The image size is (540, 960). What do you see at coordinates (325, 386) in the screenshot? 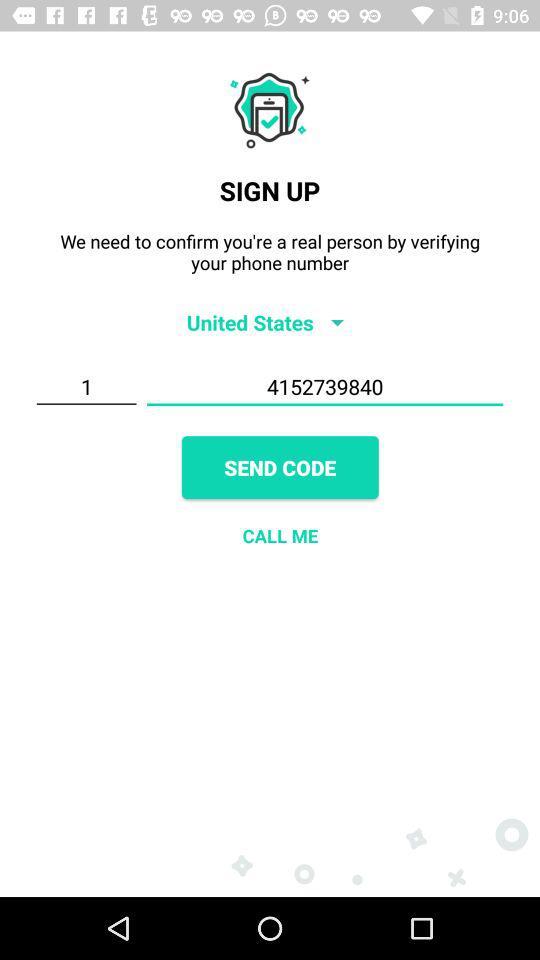
I see `4152739840 item` at bounding box center [325, 386].